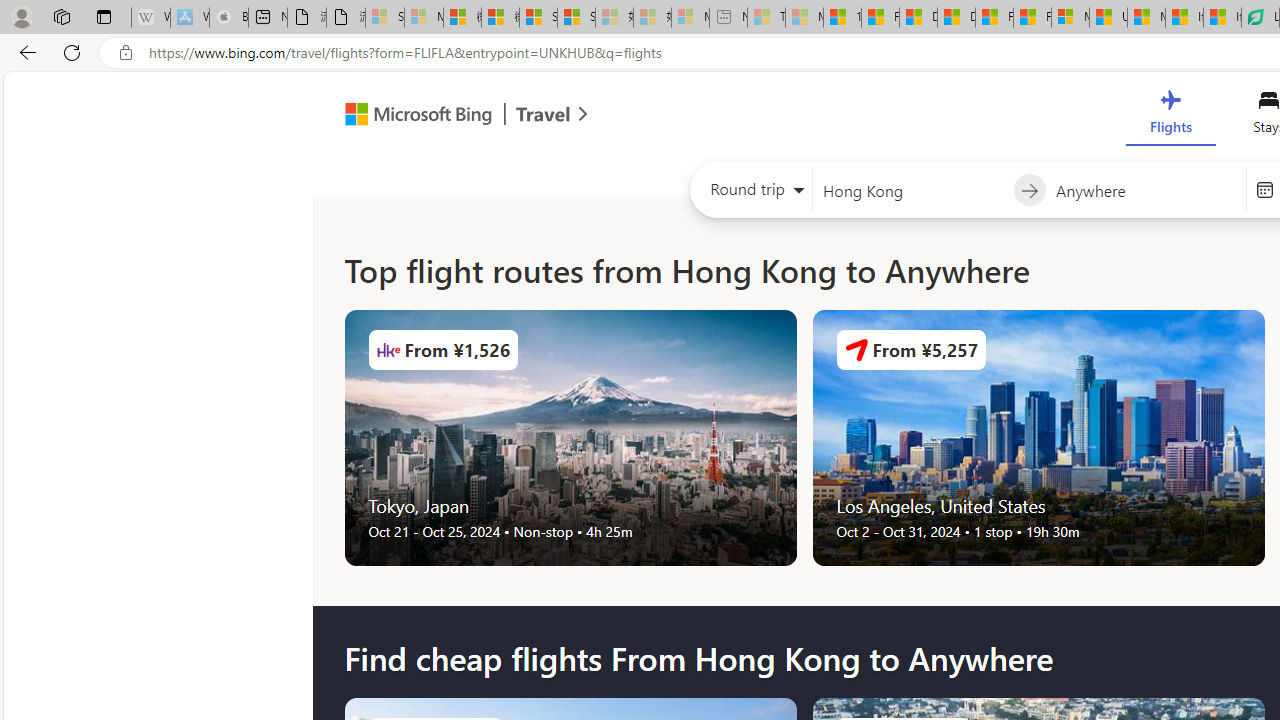 This screenshot has height=720, width=1280. I want to click on 'Class: msft-travel-logo', so click(543, 114).